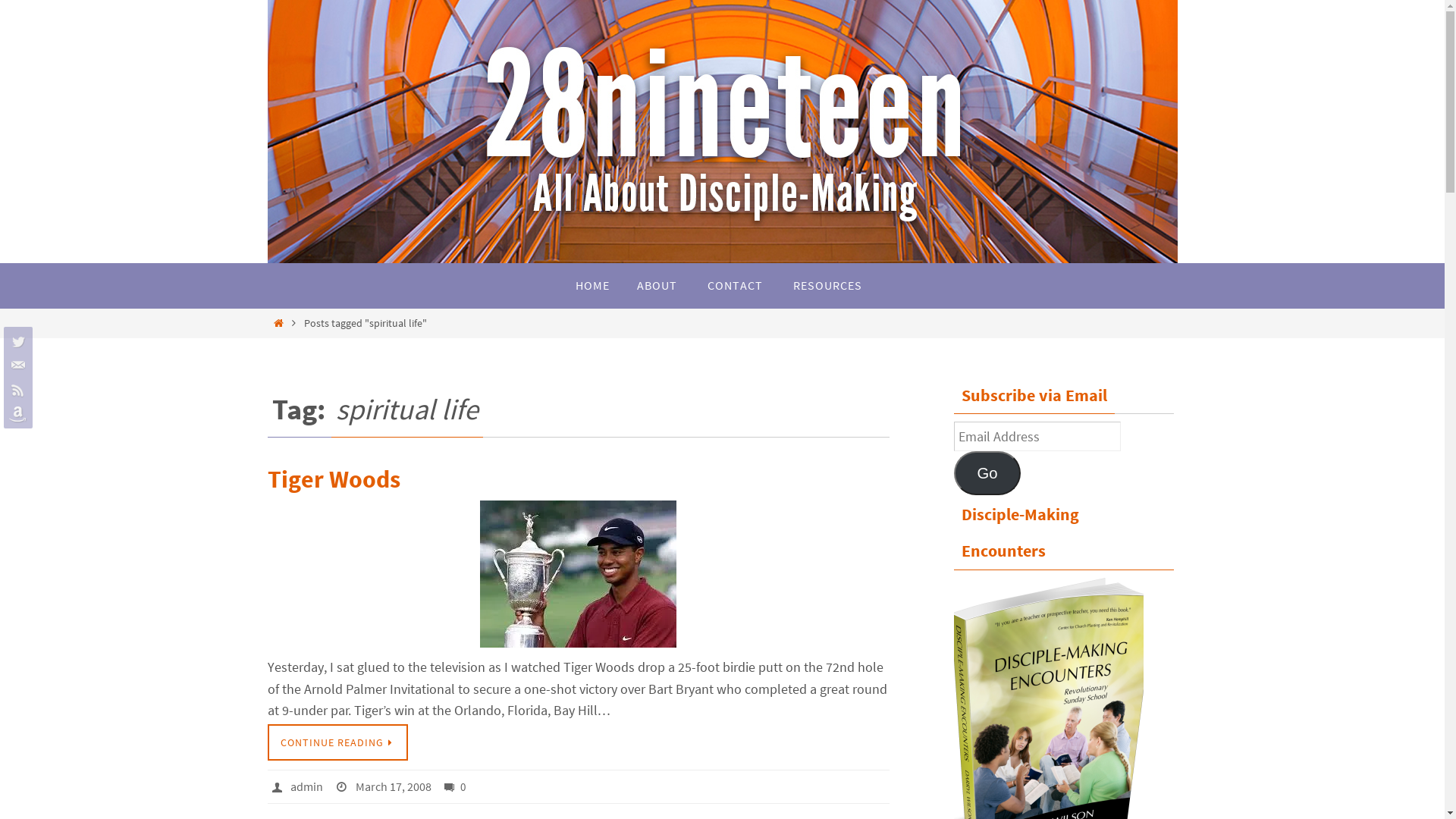  I want to click on 'CONTINUE READING', so click(337, 742).